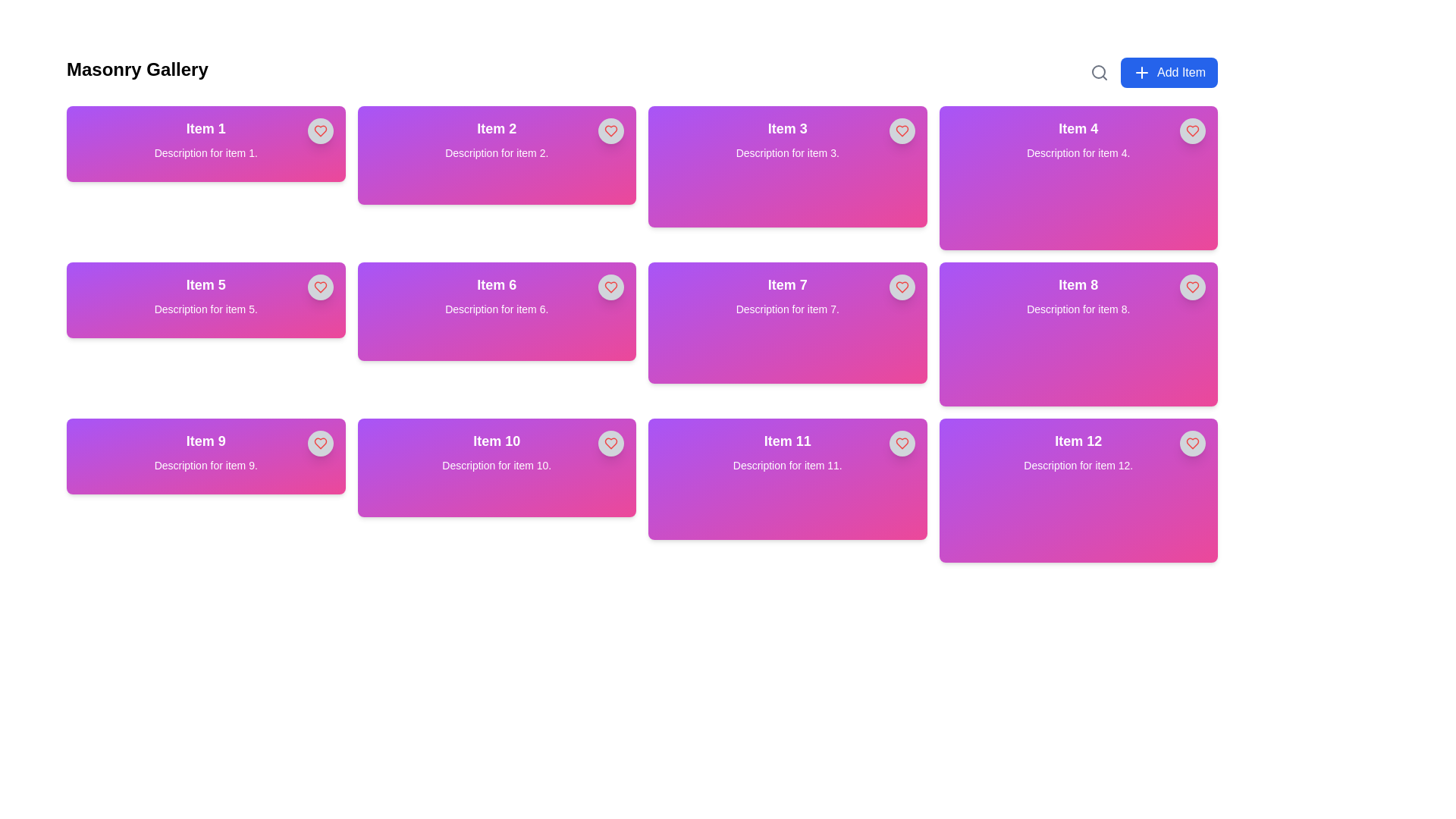 Image resolution: width=1456 pixels, height=819 pixels. Describe the element at coordinates (1078, 127) in the screenshot. I see `bold text label that says 'Item 4' in white color, located at the top-left corner of the purple-to-pink gradient card` at that location.